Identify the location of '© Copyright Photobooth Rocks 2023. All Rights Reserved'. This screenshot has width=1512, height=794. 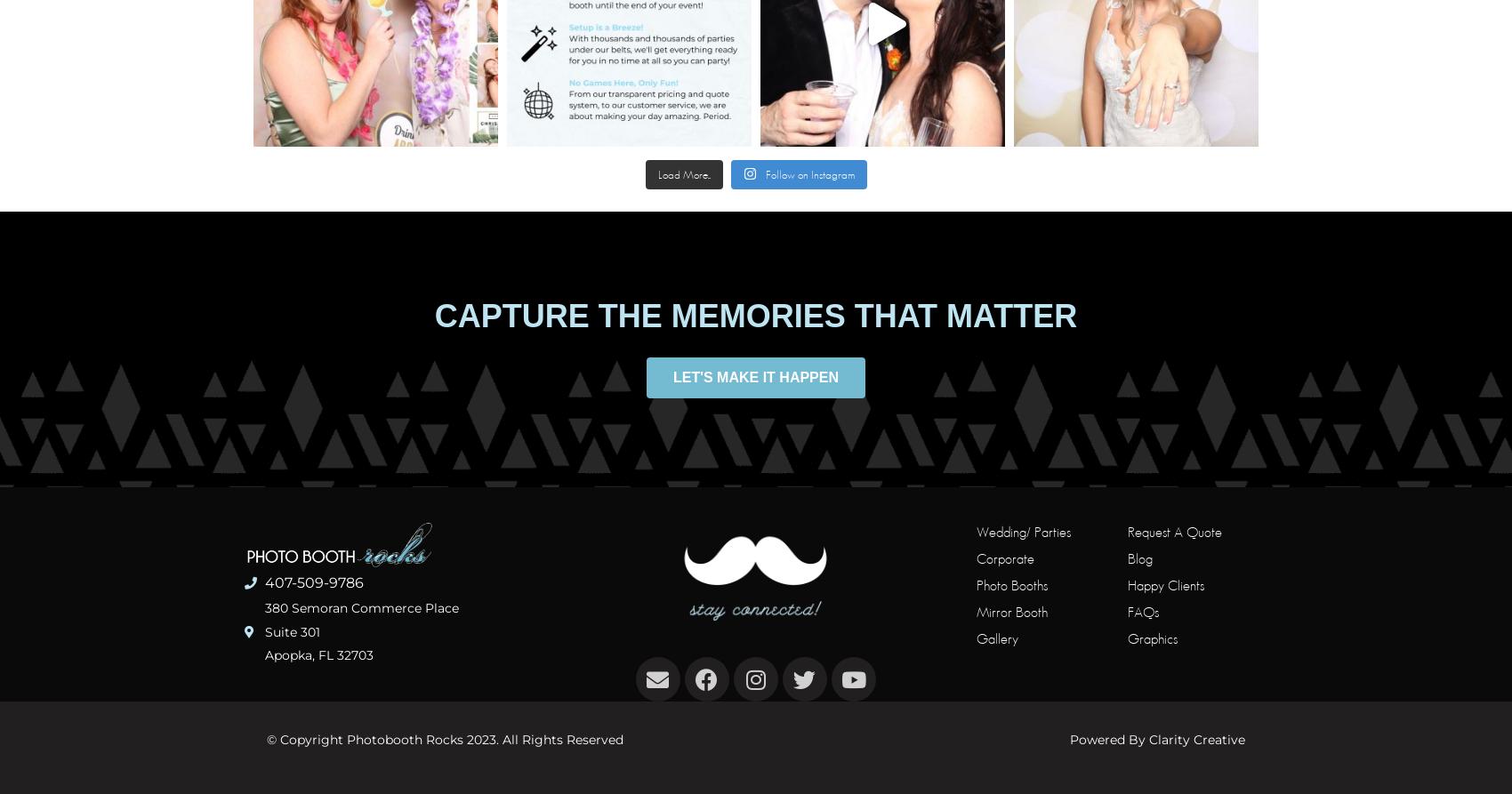
(267, 739).